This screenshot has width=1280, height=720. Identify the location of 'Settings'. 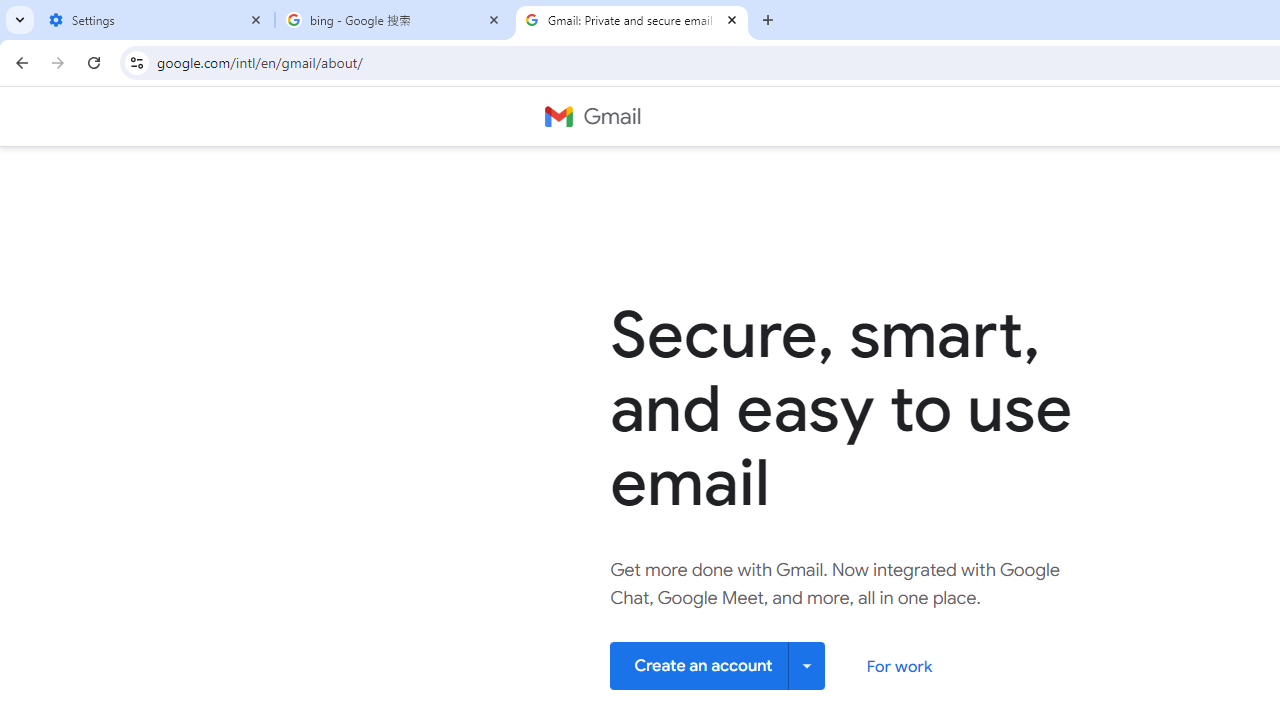
(155, 20).